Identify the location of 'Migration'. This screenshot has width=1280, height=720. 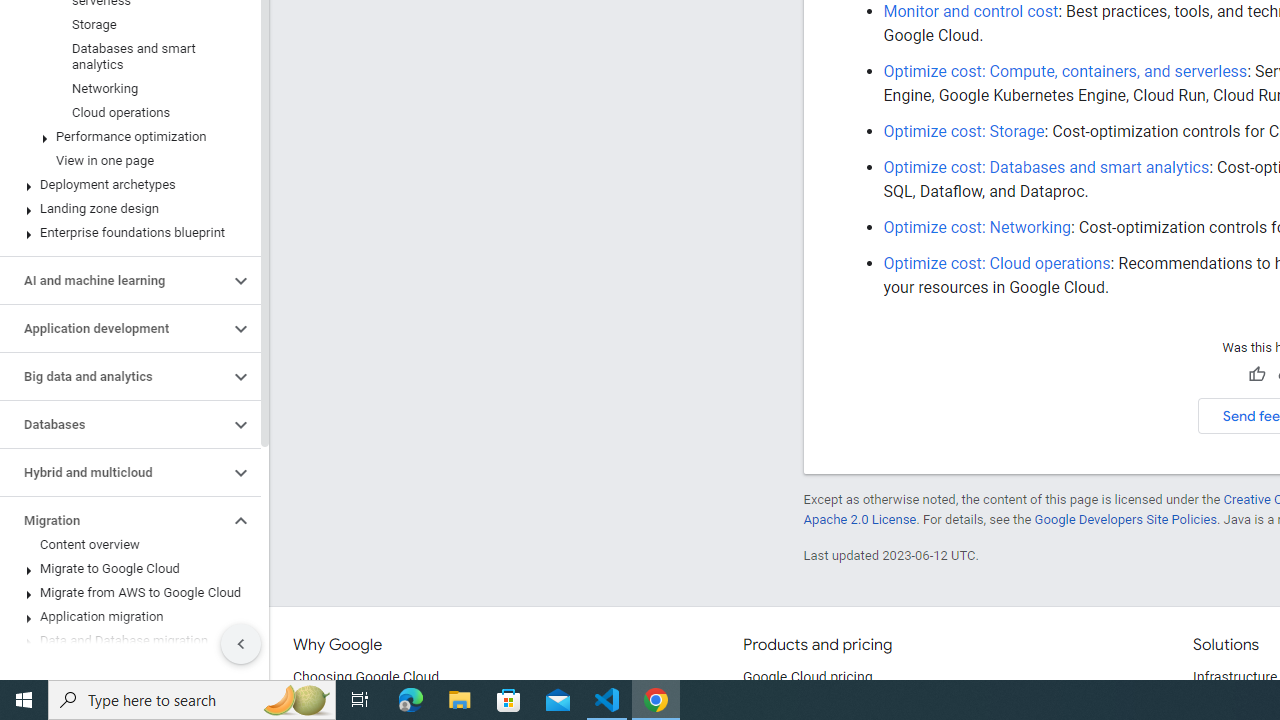
(113, 519).